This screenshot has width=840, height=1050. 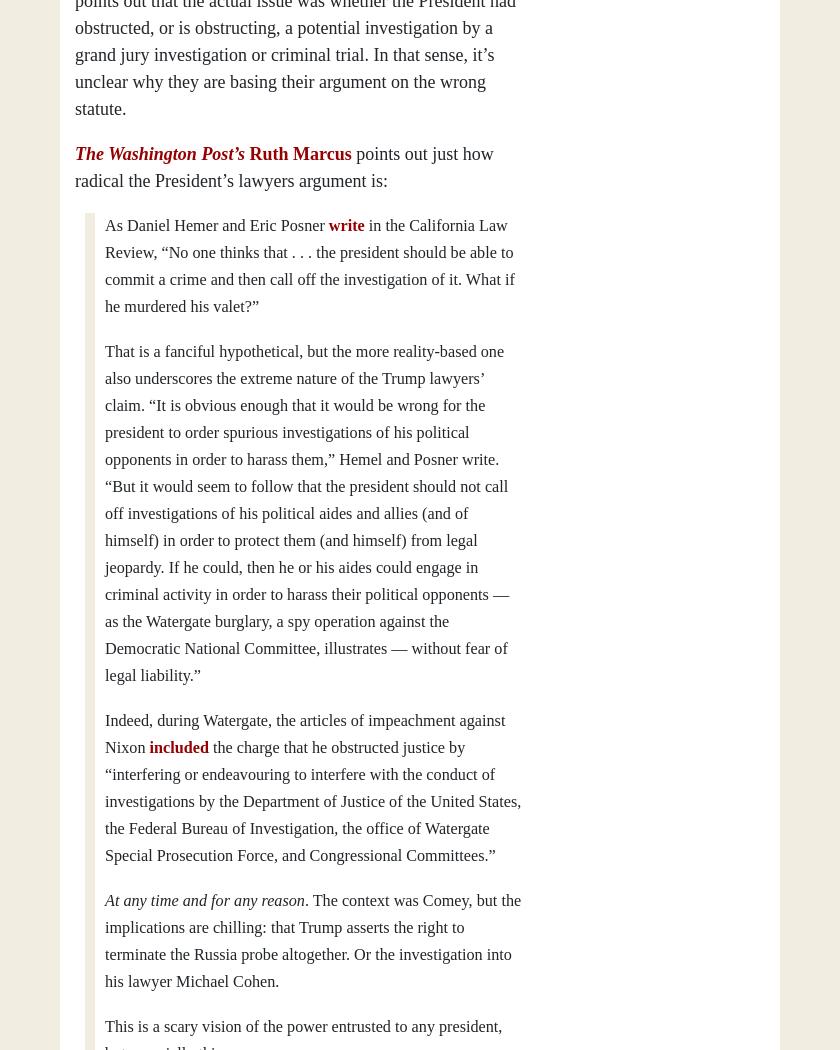 What do you see at coordinates (299, 154) in the screenshot?
I see `'Ruth Marcus'` at bounding box center [299, 154].